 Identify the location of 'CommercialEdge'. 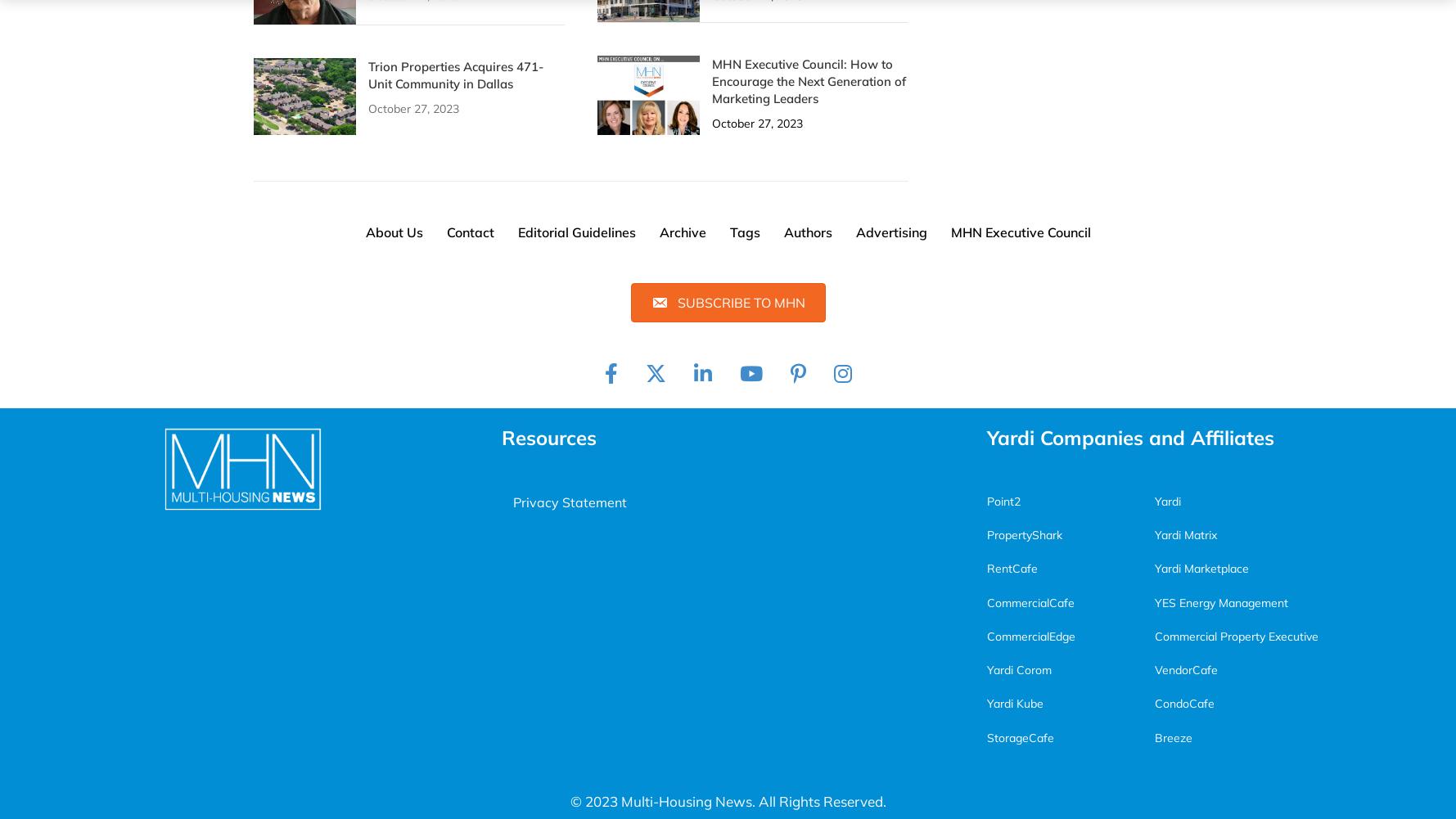
(1030, 635).